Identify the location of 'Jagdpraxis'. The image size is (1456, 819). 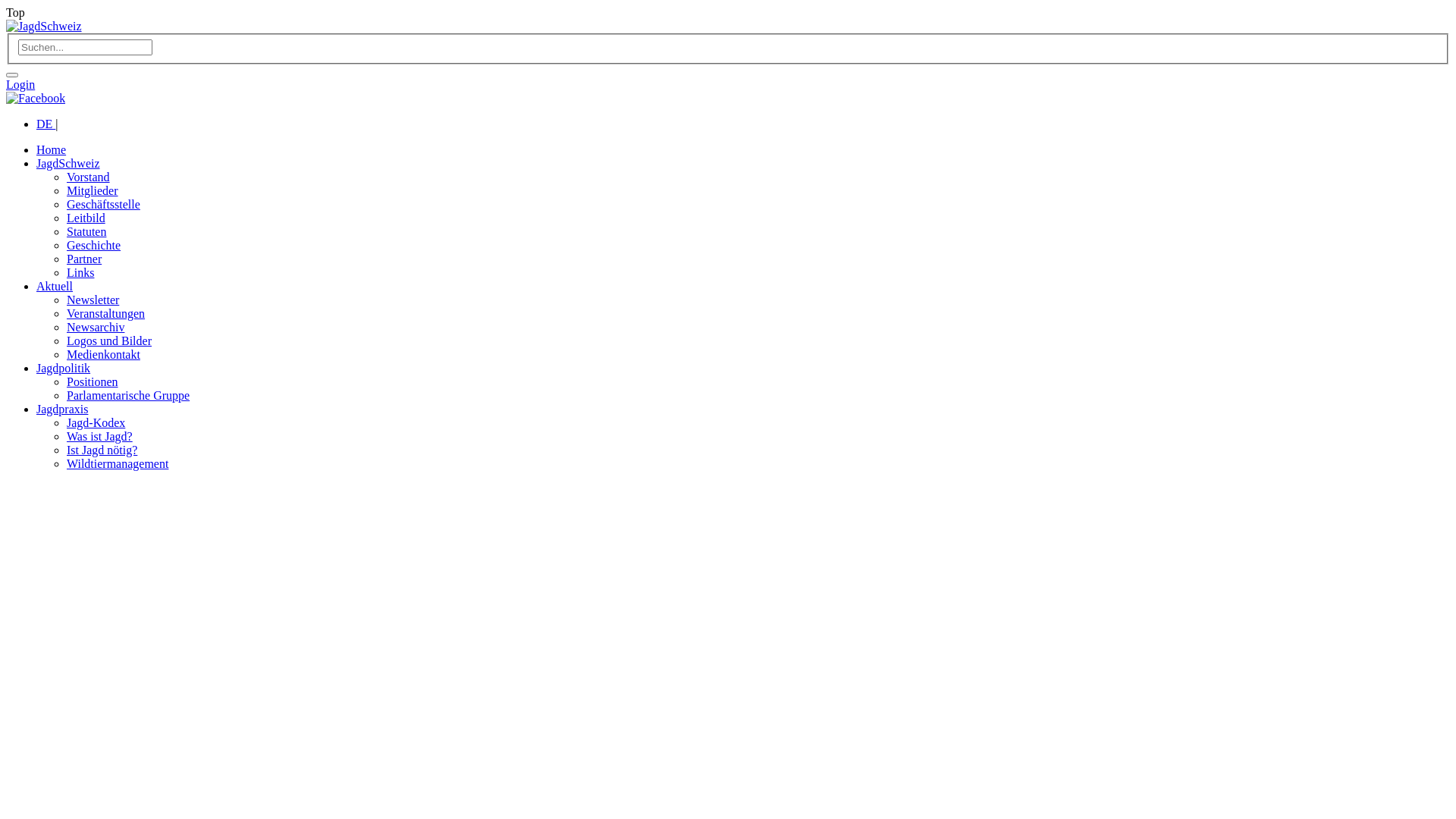
(36, 408).